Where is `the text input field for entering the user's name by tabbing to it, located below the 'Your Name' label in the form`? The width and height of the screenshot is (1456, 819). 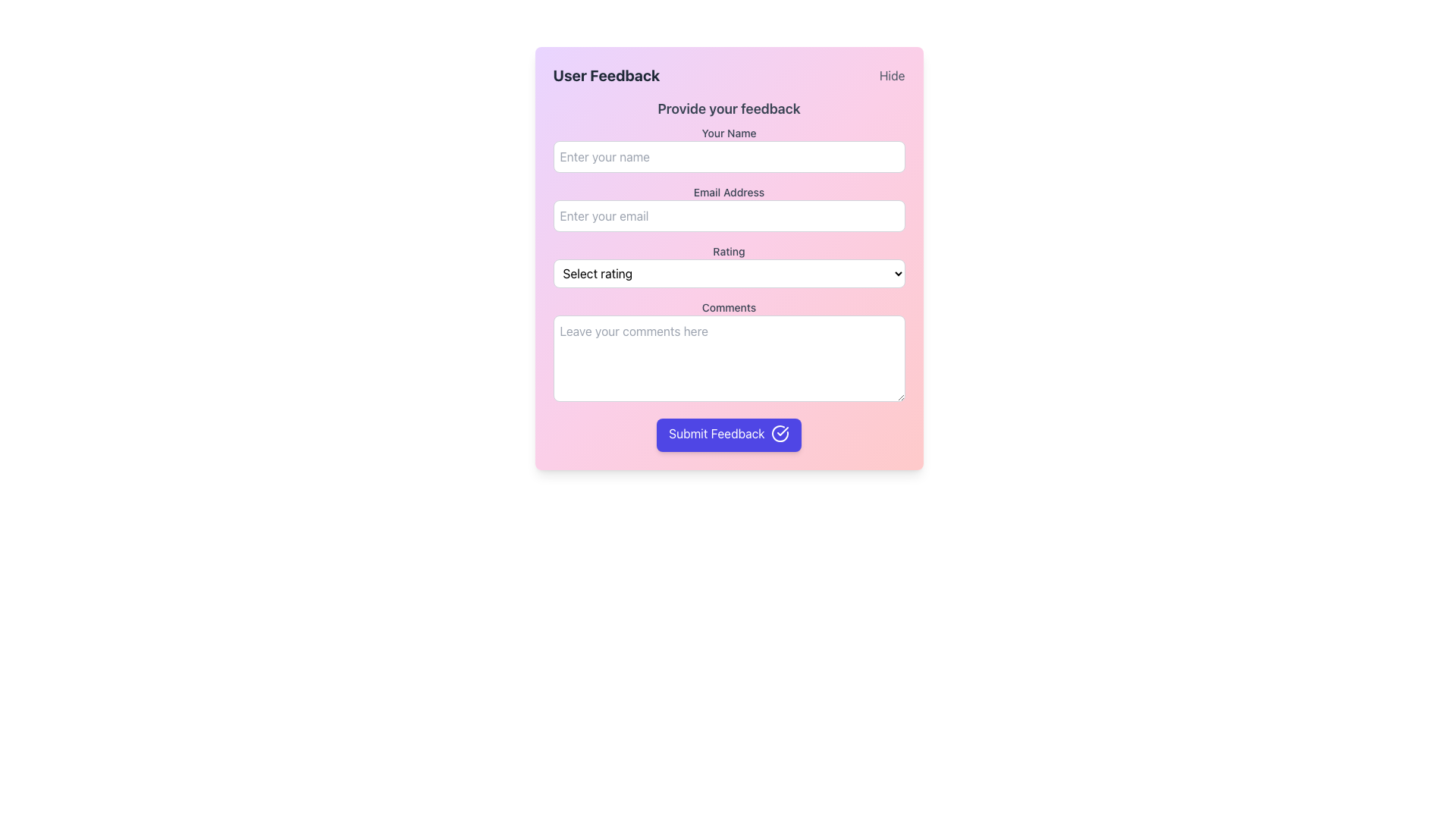
the text input field for entering the user's name by tabbing to it, located below the 'Your Name' label in the form is located at coordinates (729, 157).